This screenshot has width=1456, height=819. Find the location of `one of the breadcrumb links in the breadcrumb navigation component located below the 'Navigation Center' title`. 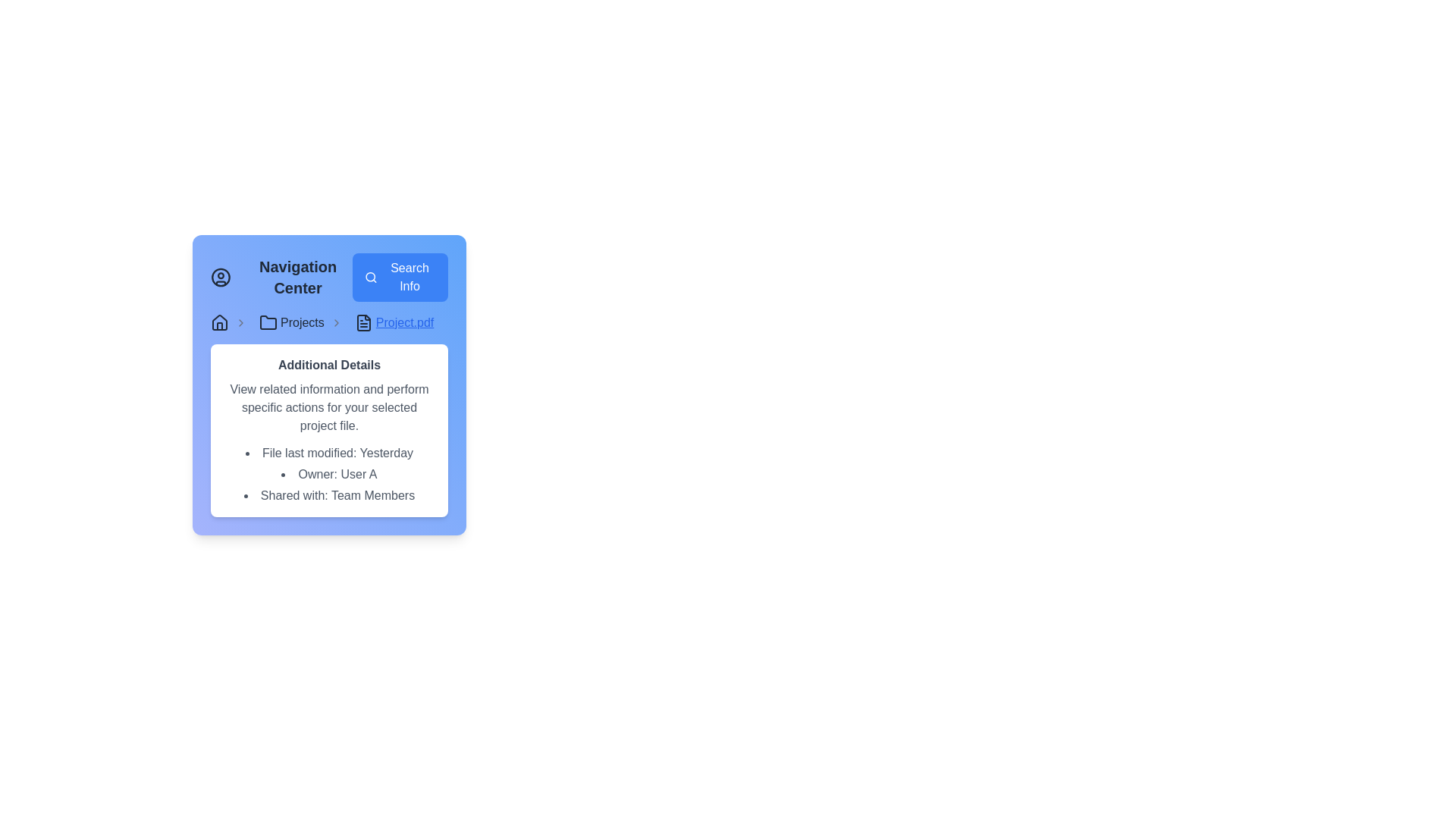

one of the breadcrumb links in the breadcrumb navigation component located below the 'Navigation Center' title is located at coordinates (328, 322).